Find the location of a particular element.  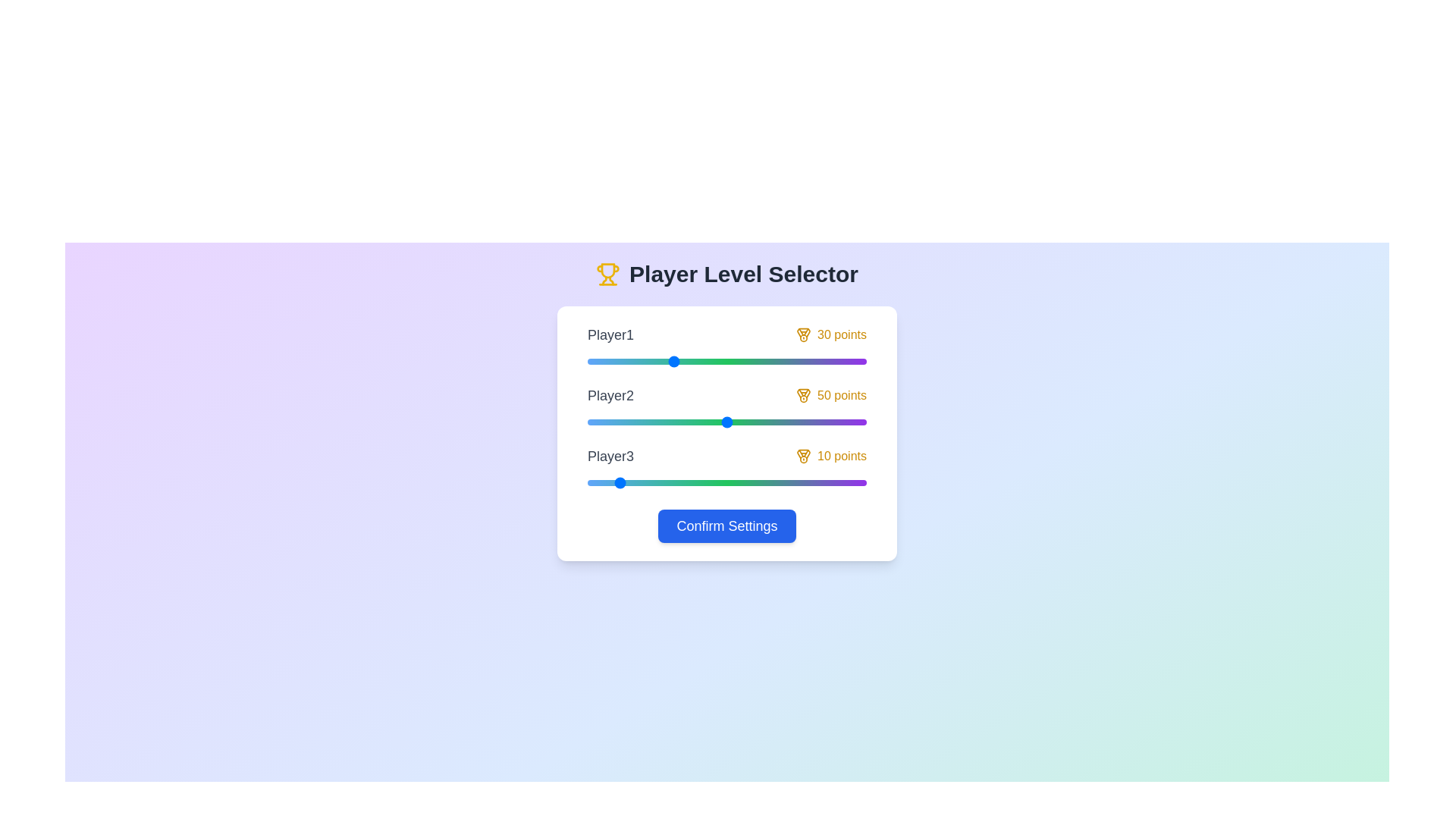

the Player2 slider to set their level to 5 is located at coordinates (601, 422).